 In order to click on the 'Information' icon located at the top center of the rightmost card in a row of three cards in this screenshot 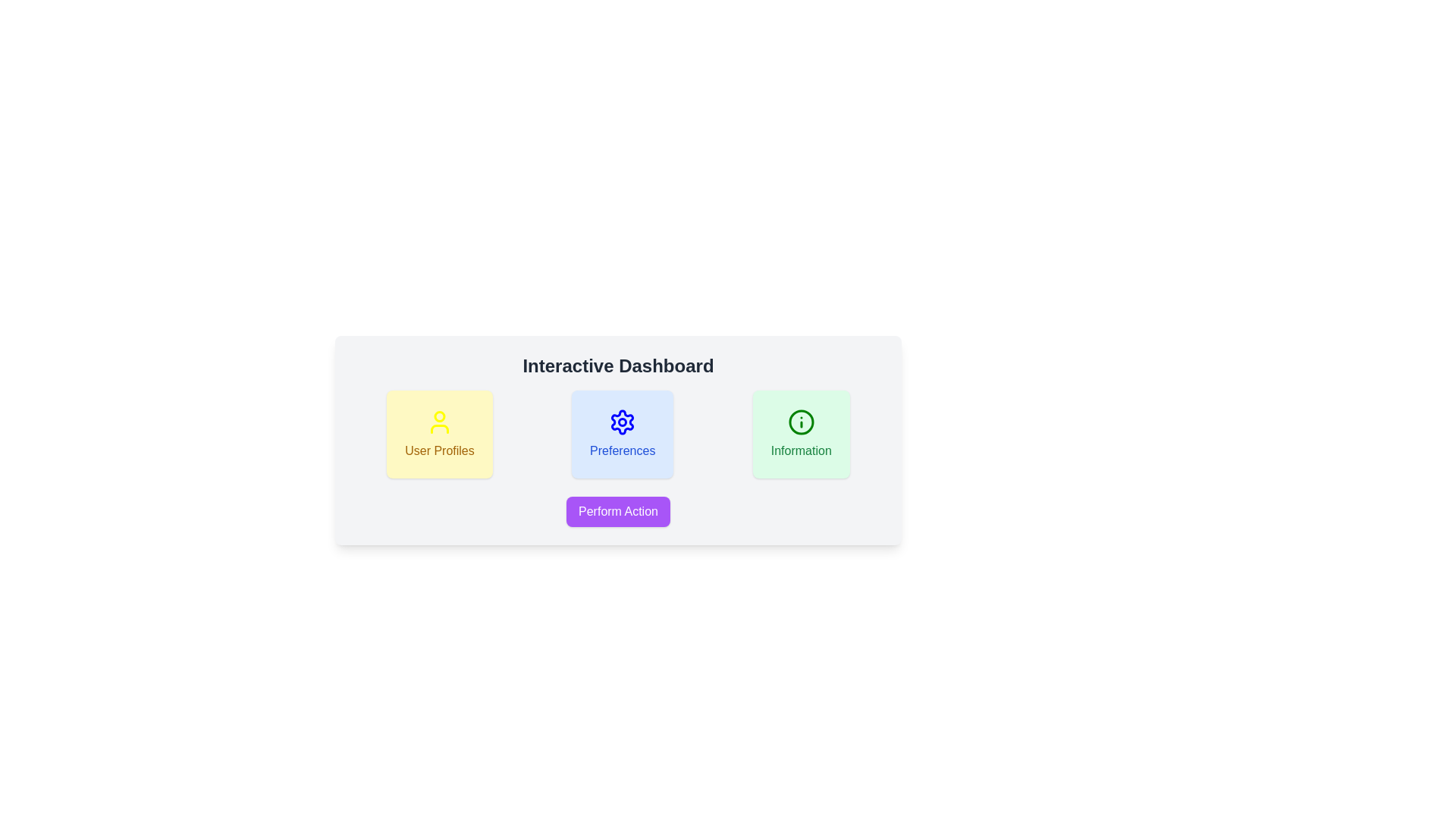, I will do `click(800, 422)`.